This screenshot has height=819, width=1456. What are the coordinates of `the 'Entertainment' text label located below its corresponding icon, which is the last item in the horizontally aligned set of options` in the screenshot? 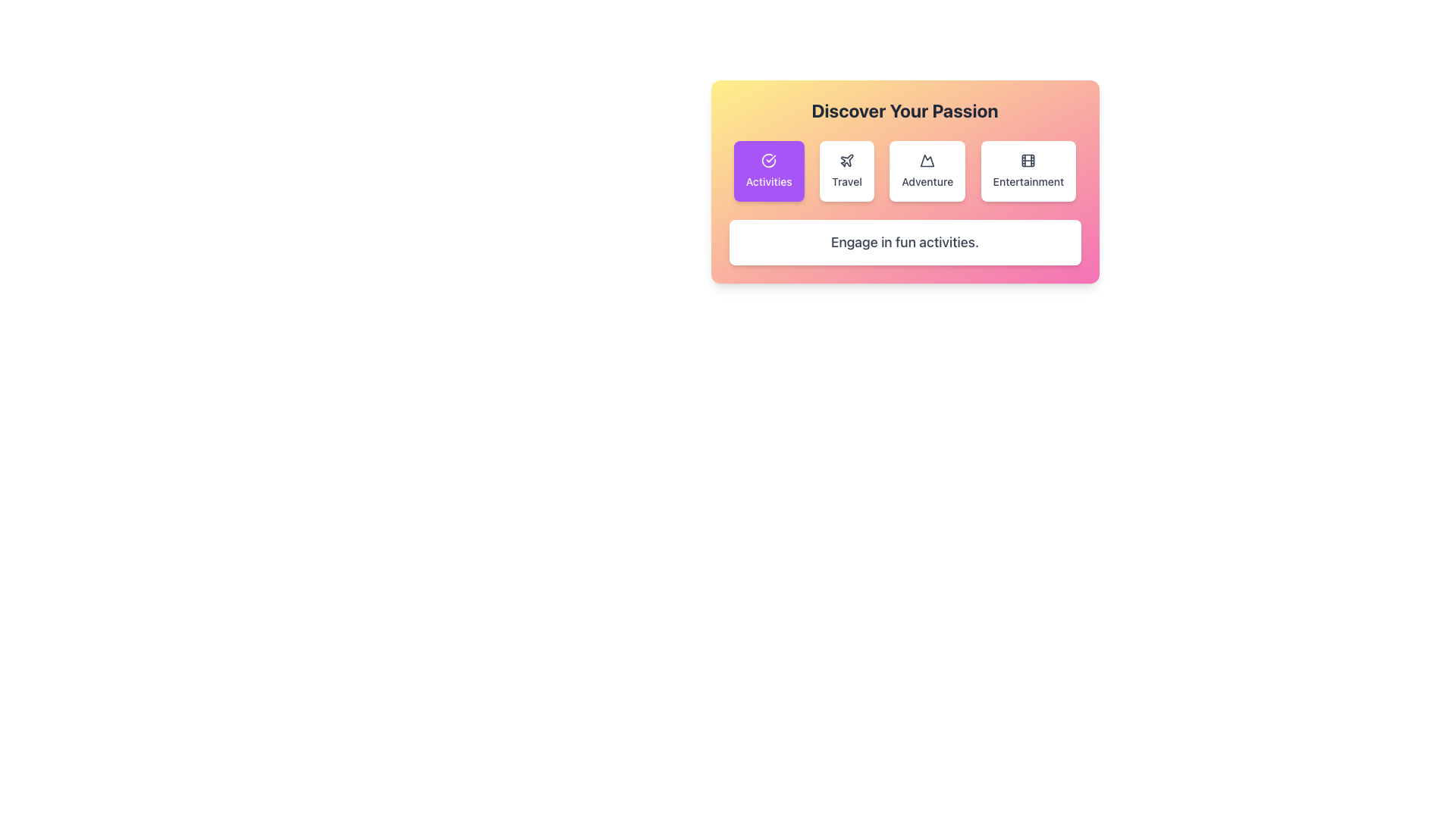 It's located at (1028, 180).